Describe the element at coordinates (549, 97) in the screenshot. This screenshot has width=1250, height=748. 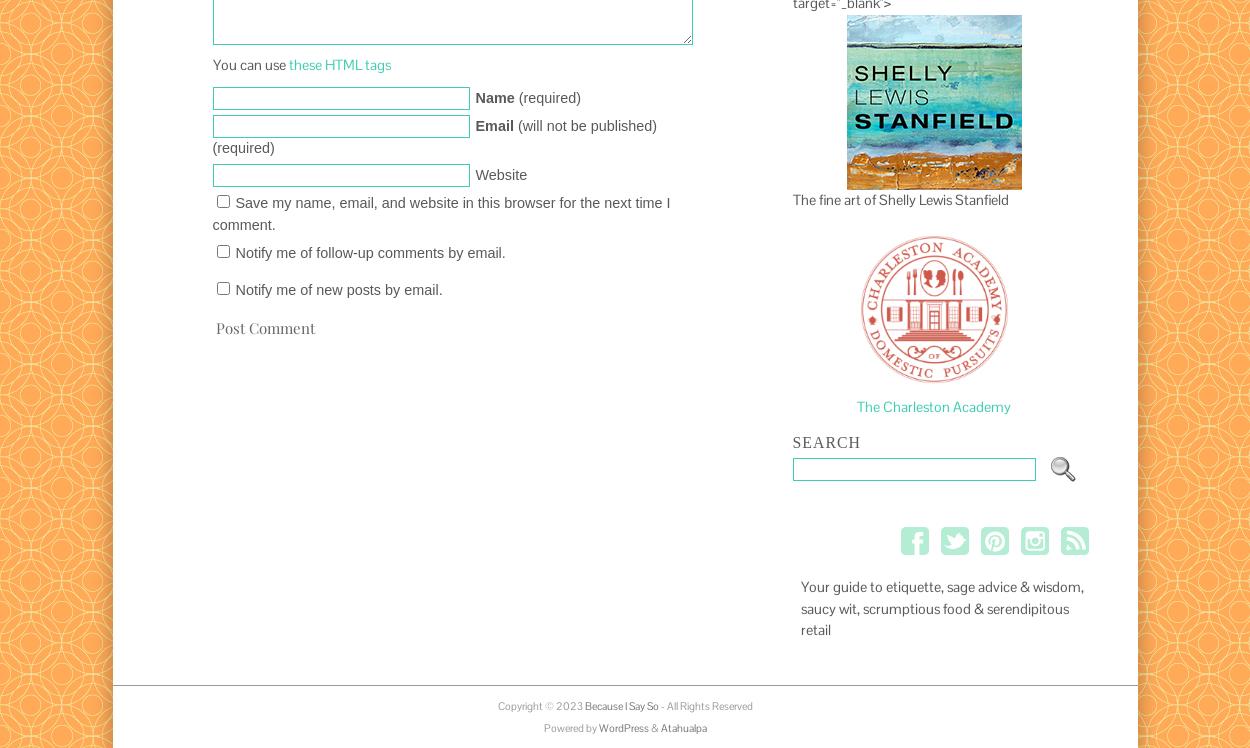
I see `'(required)'` at that location.